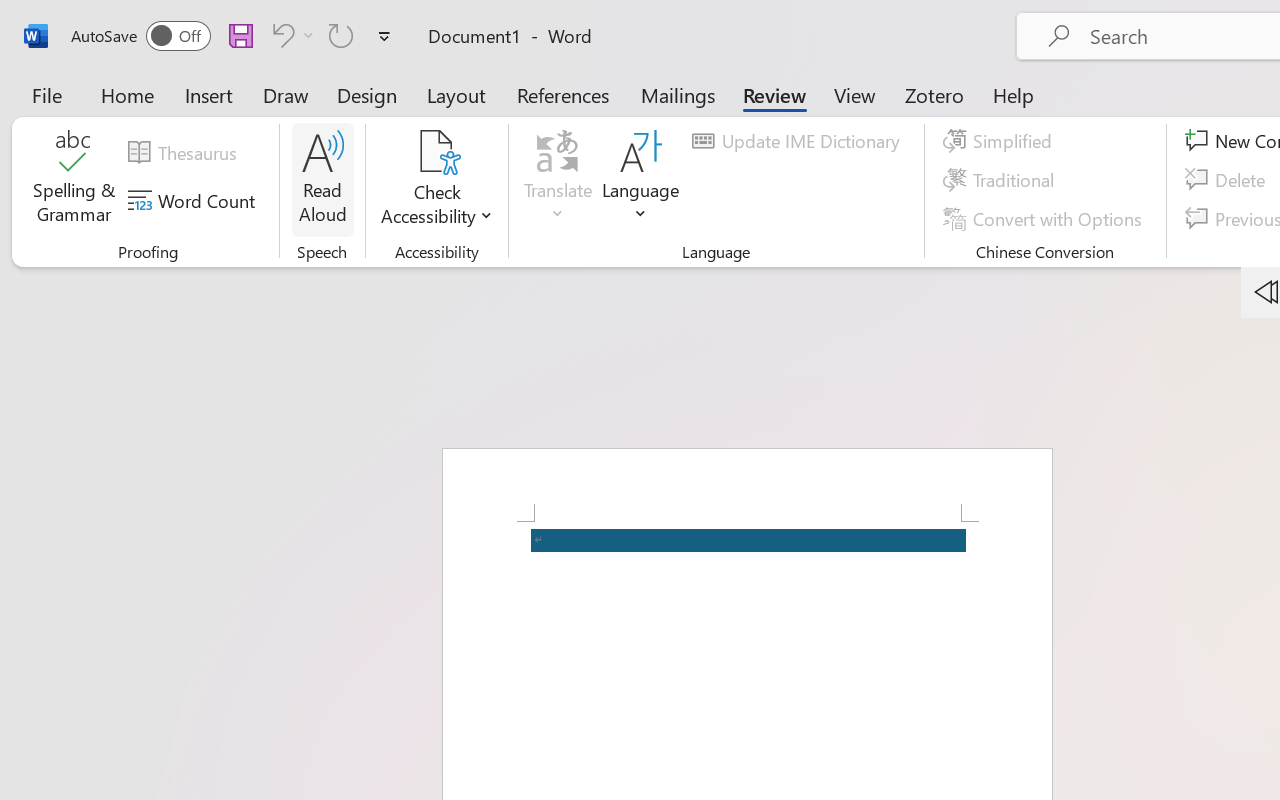 Image resolution: width=1280 pixels, height=800 pixels. What do you see at coordinates (1044, 218) in the screenshot?
I see `'Convert with Options...'` at bounding box center [1044, 218].